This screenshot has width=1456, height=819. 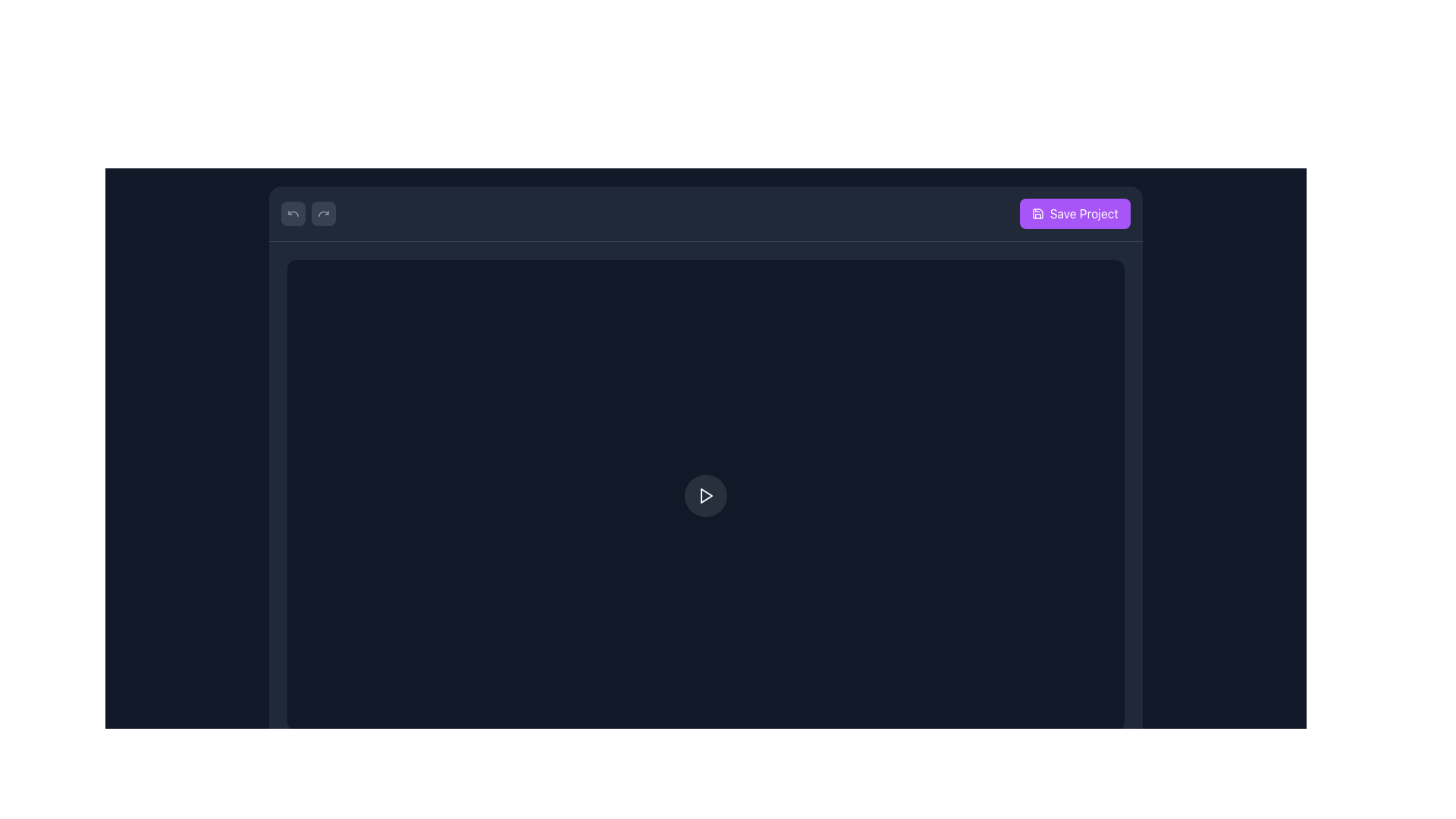 What do you see at coordinates (705, 495) in the screenshot?
I see `the circular button containing the triangular play icon for keyboard navigation` at bounding box center [705, 495].